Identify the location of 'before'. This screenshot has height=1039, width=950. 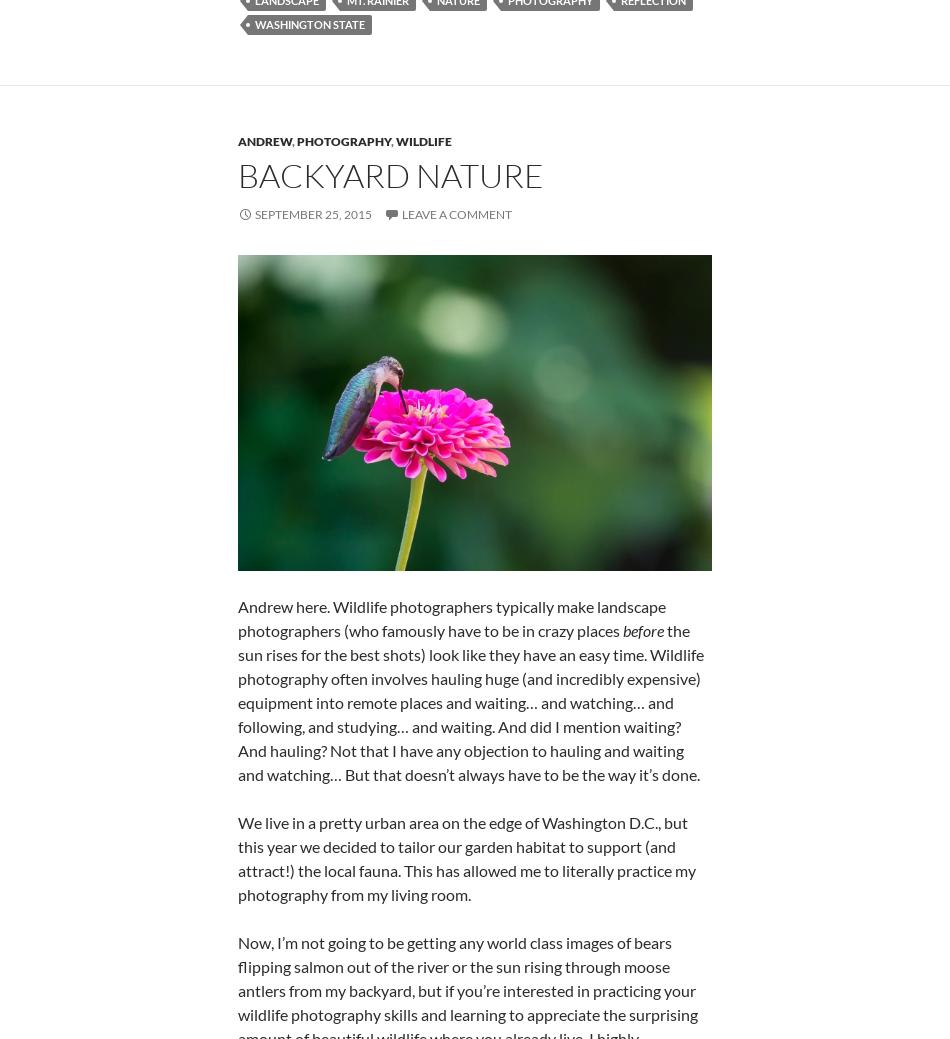
(643, 629).